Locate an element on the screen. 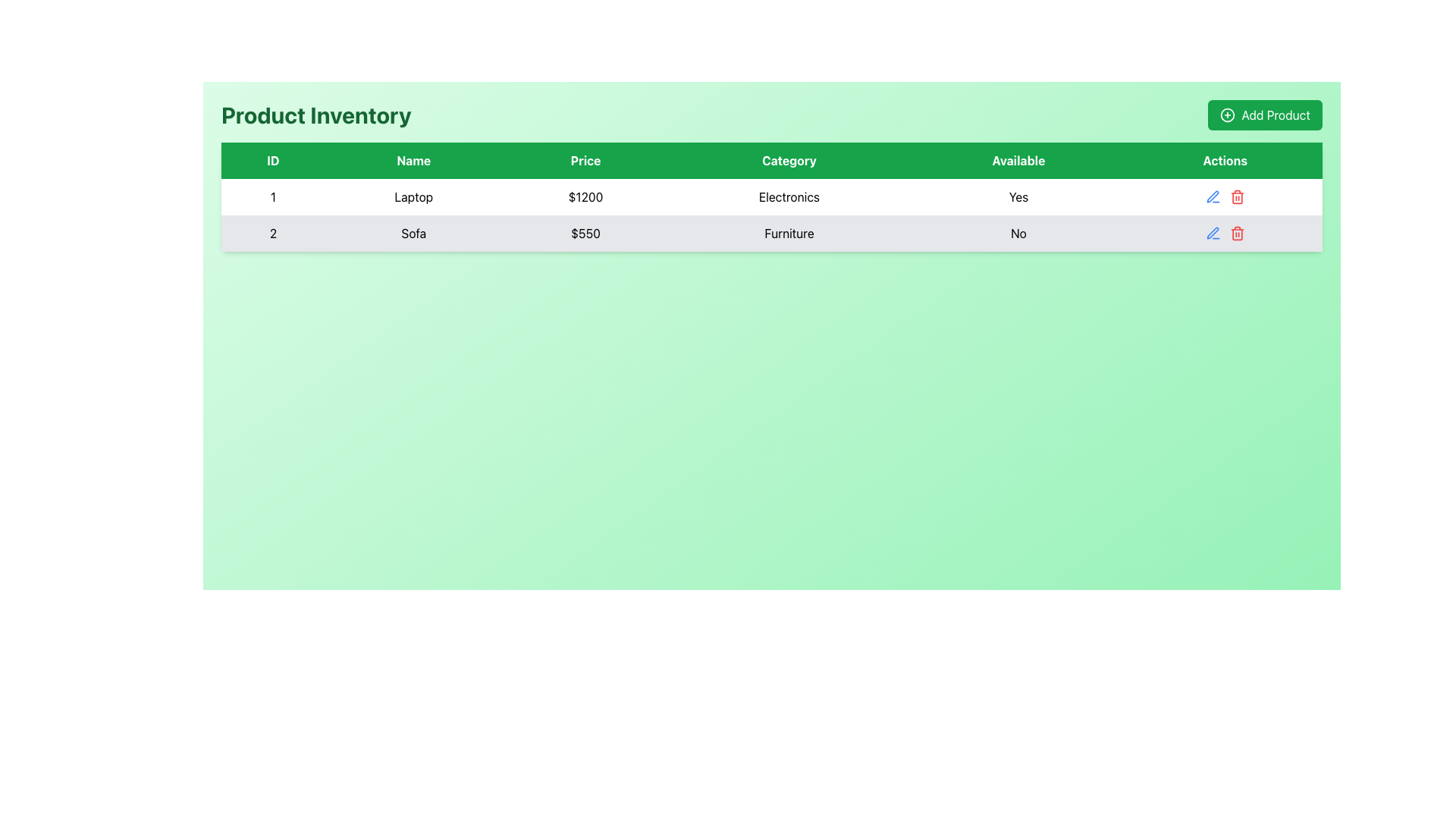 The width and height of the screenshot is (1456, 819). the interactive icons in the 'Actions' column of the second row ('Sofa') in the data table is located at coordinates (1225, 234).